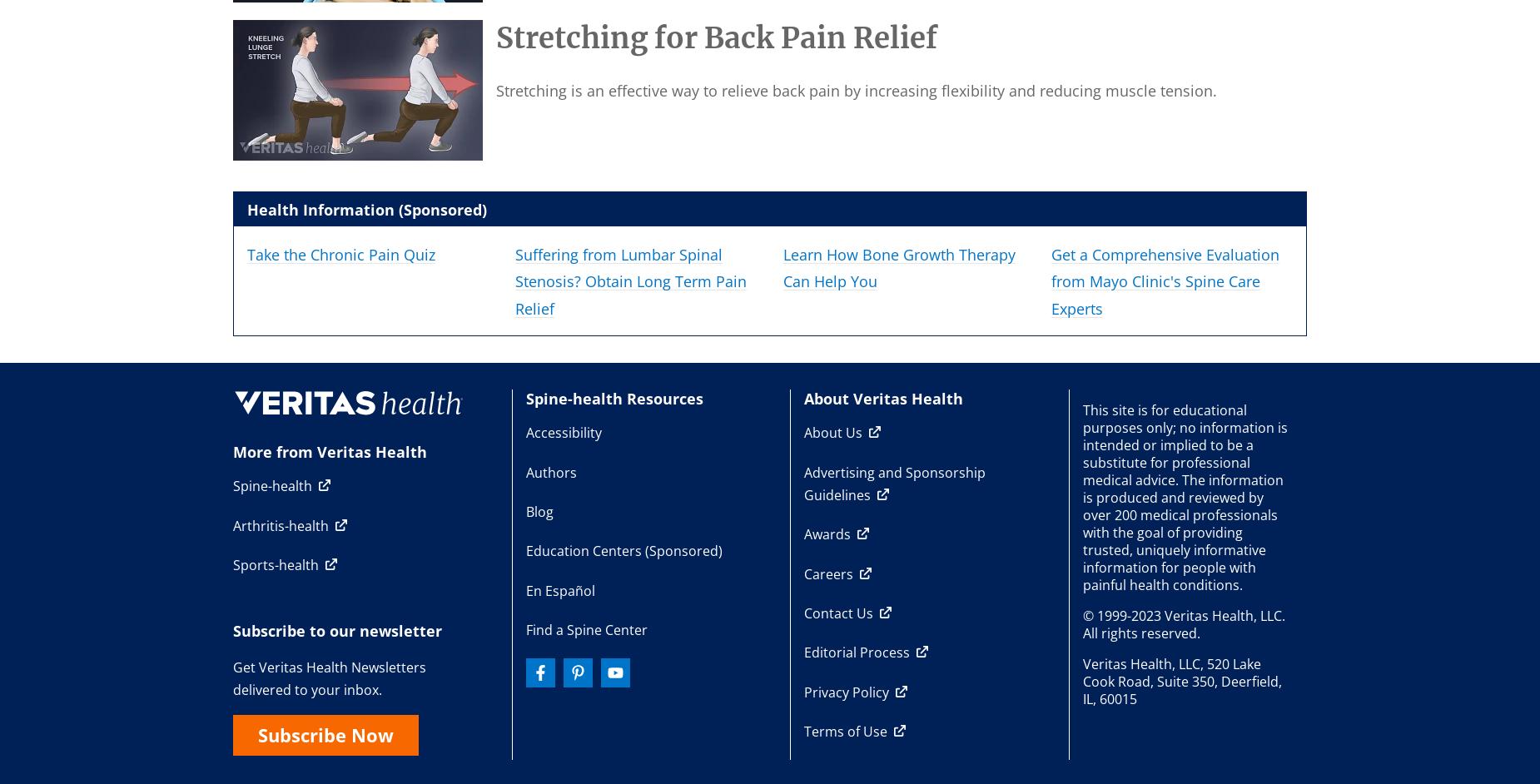 The width and height of the screenshot is (1540, 784). Describe the element at coordinates (829, 573) in the screenshot. I see `'Careers'` at that location.